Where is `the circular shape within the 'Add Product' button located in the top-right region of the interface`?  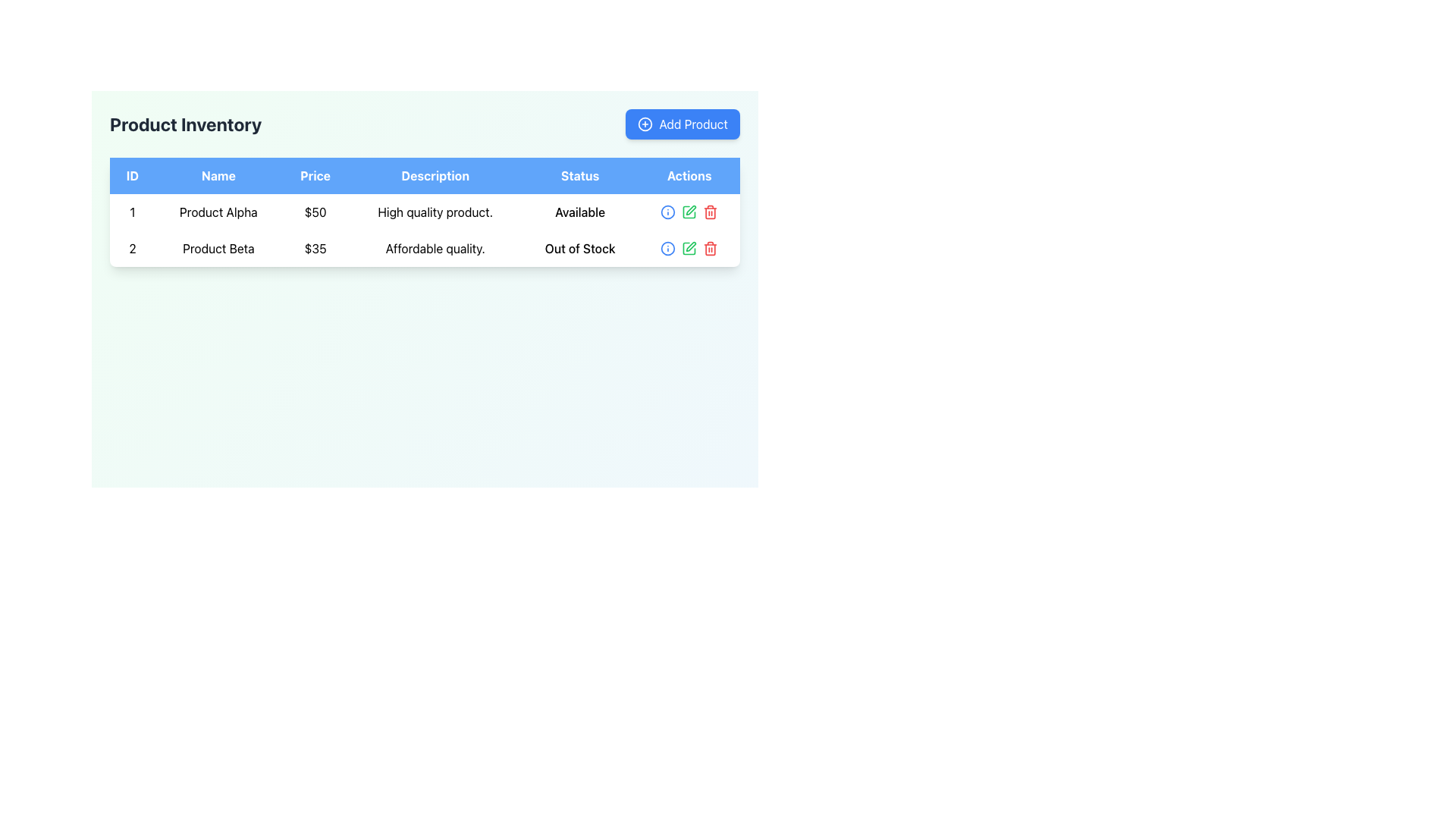 the circular shape within the 'Add Product' button located in the top-right region of the interface is located at coordinates (645, 124).